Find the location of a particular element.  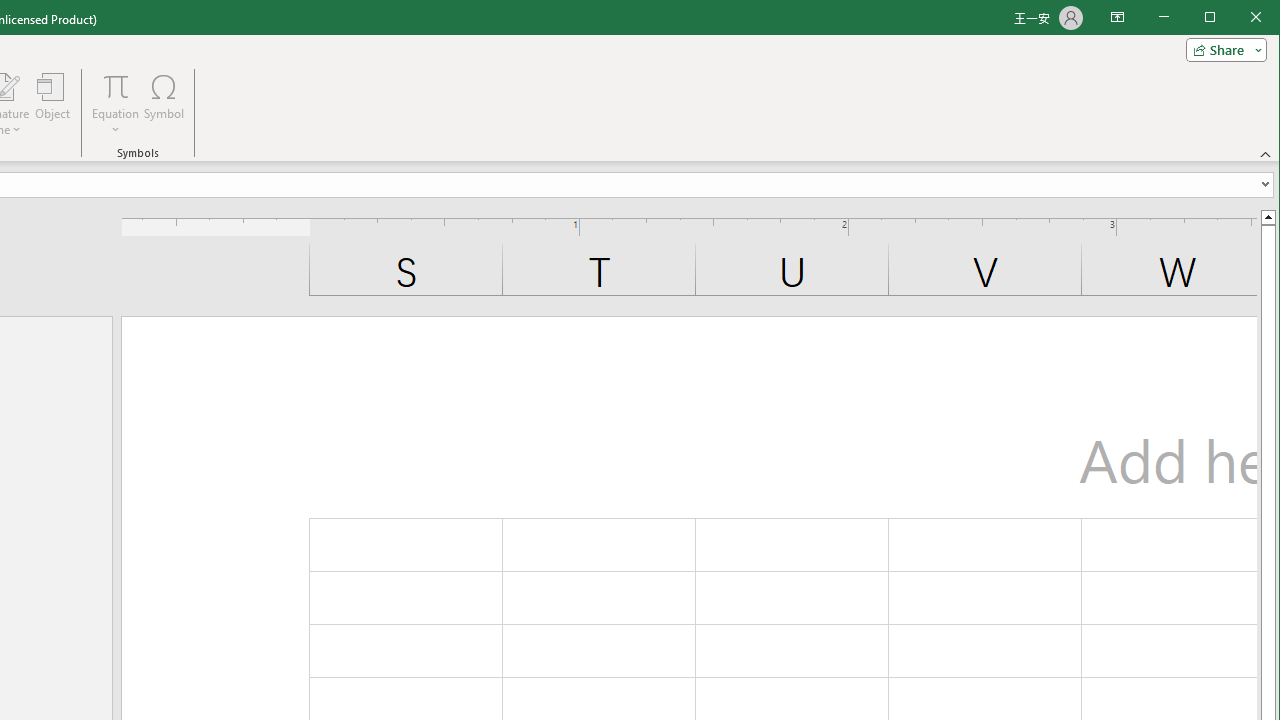

'Share' is located at coordinates (1221, 49).